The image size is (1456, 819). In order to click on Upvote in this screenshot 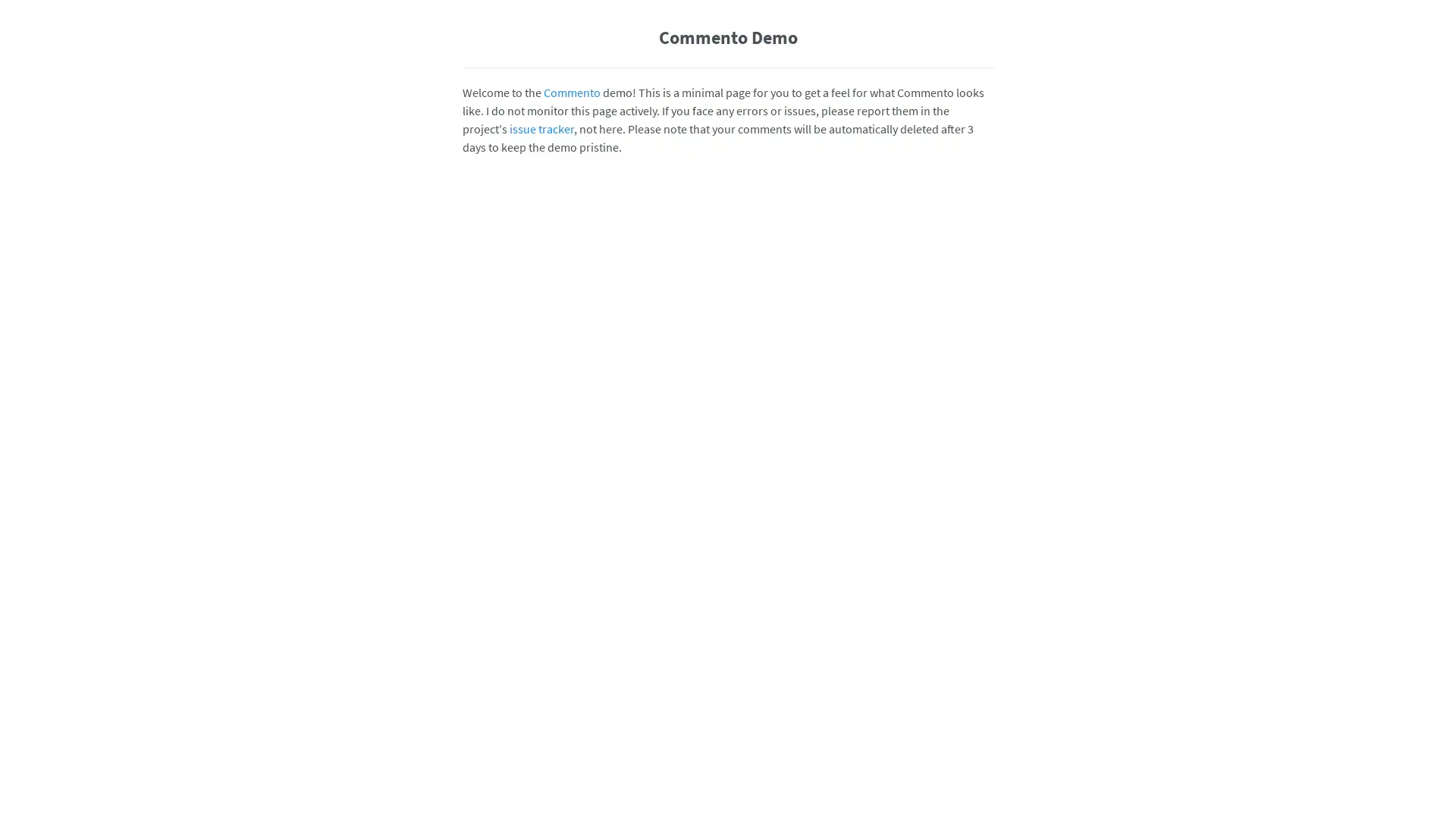, I will do `click(934, 777)`.